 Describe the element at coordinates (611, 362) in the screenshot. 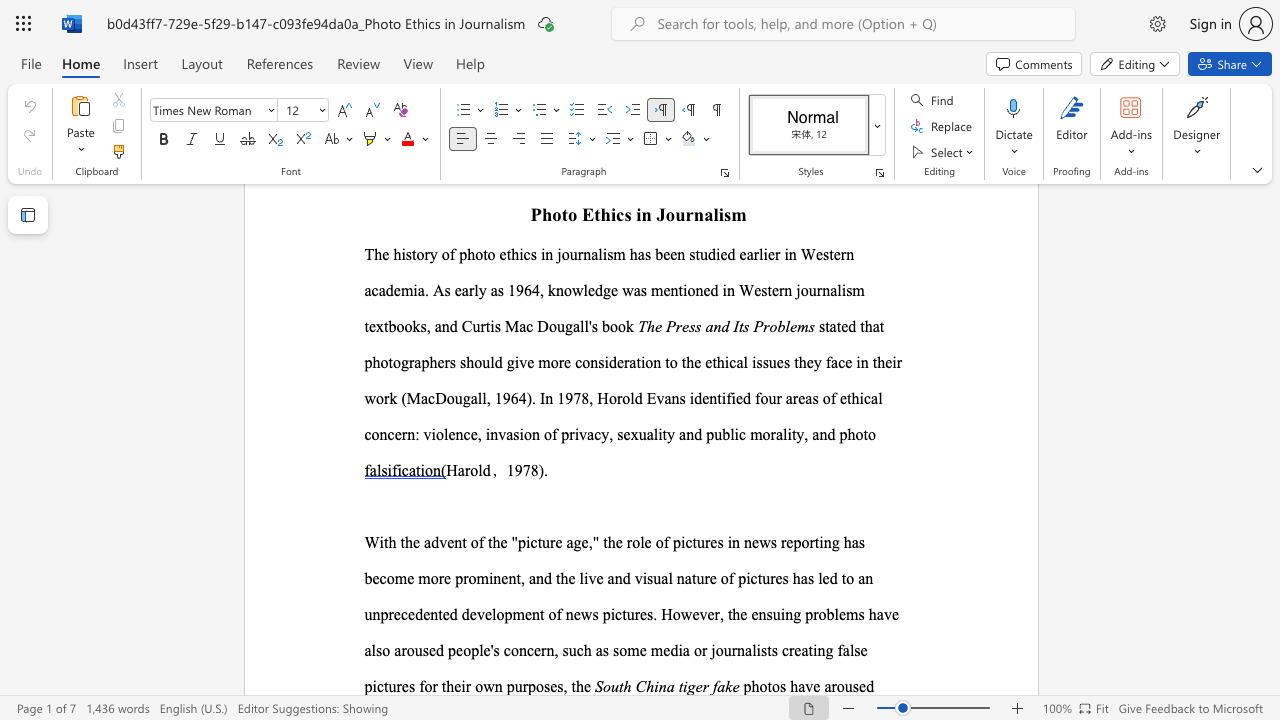

I see `the 2th character "d" in the text` at that location.